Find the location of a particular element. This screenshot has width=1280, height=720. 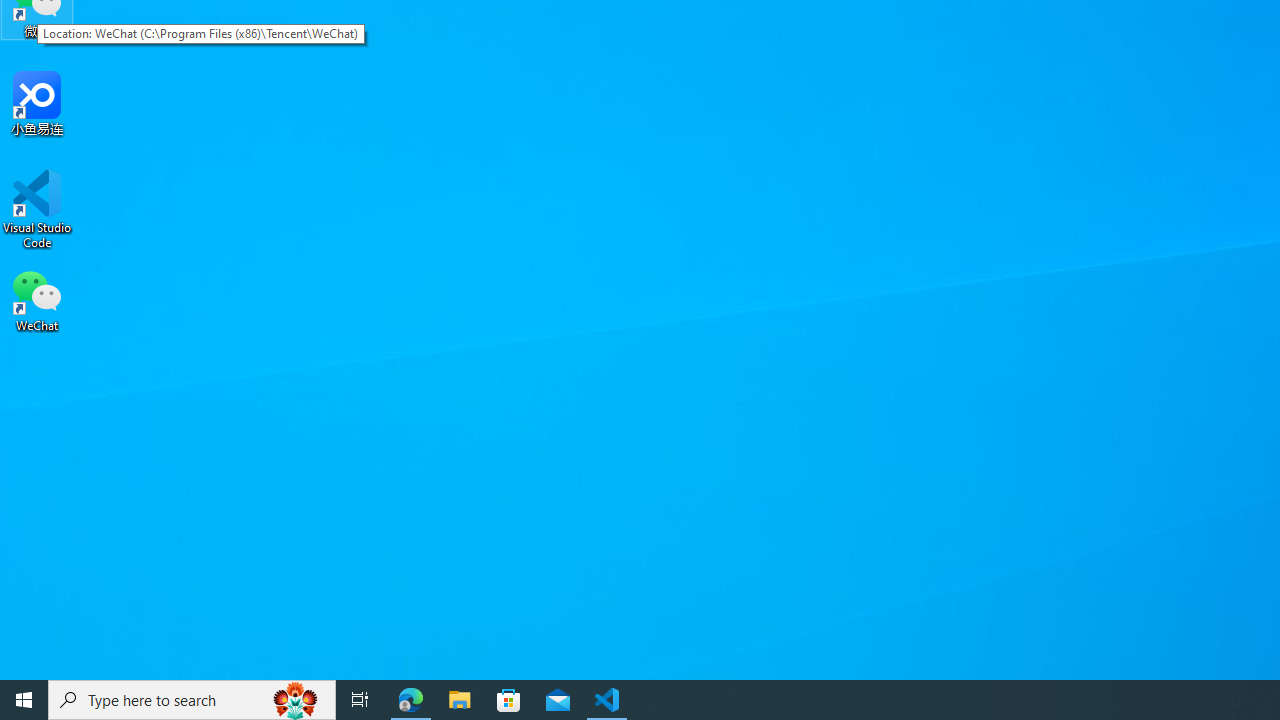

'Task View' is located at coordinates (359, 698).